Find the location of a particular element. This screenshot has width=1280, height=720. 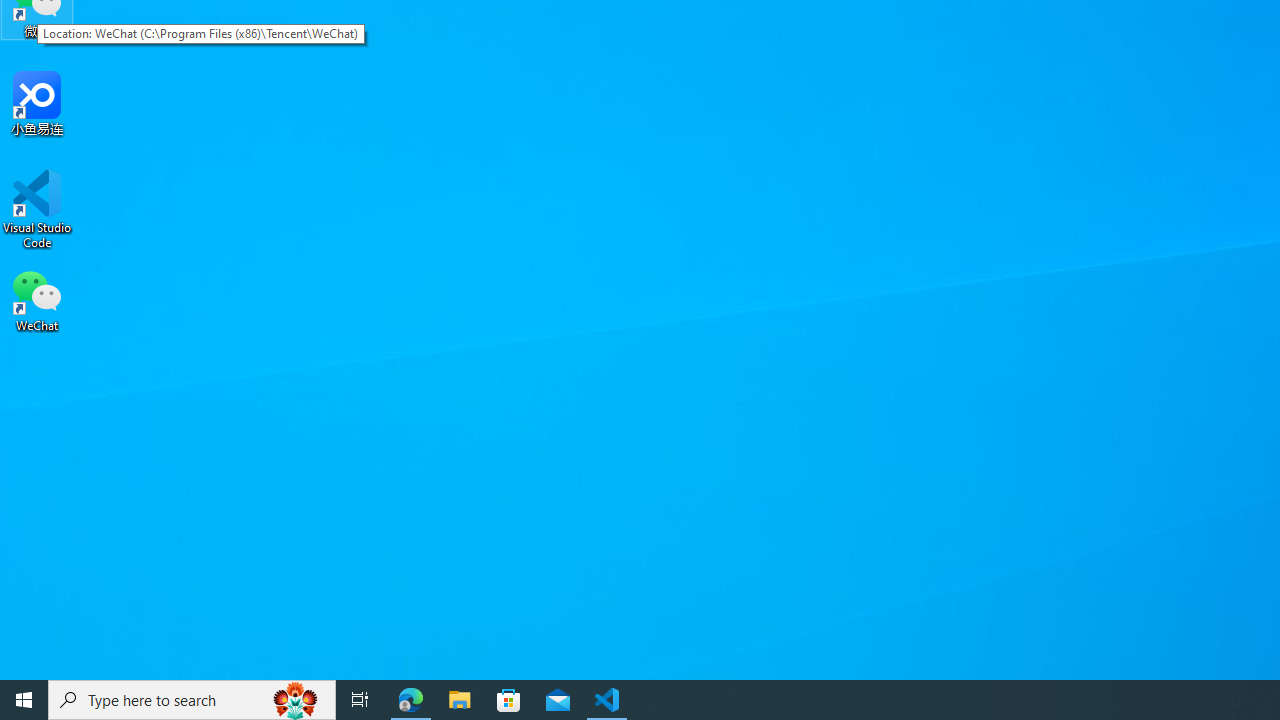

'Task View' is located at coordinates (359, 698).